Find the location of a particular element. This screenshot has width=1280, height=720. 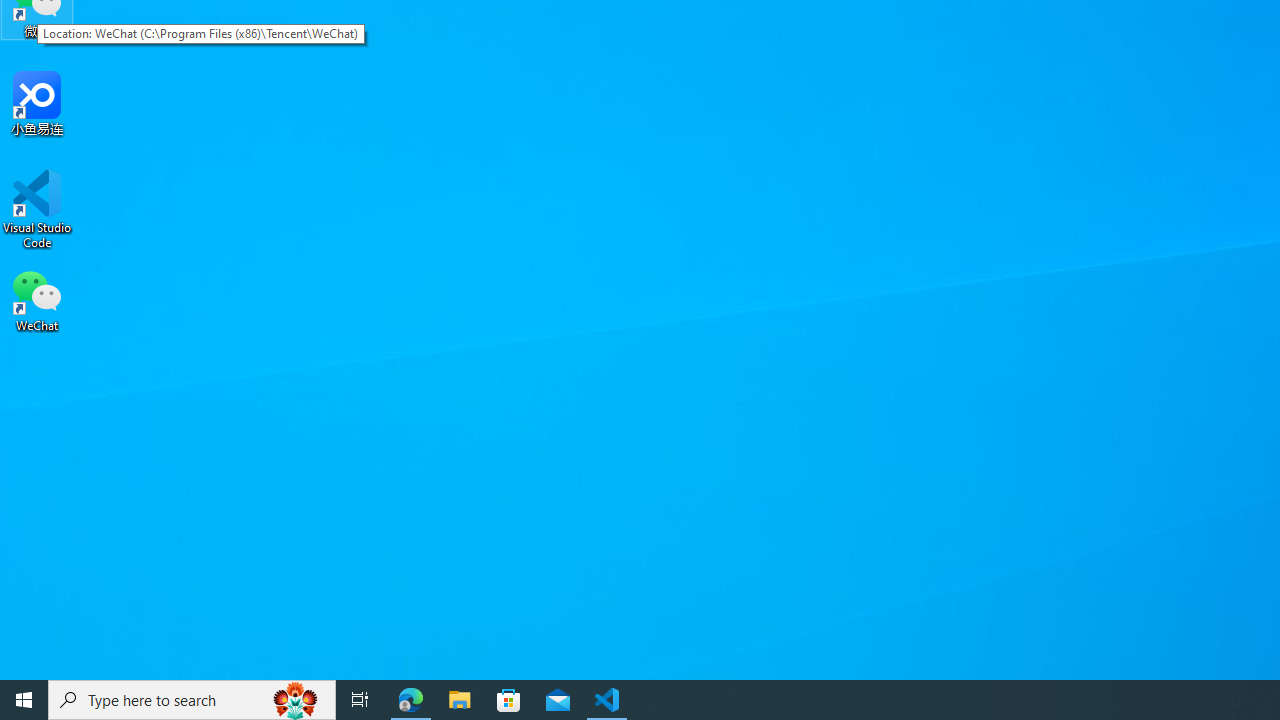

'Task View' is located at coordinates (359, 698).